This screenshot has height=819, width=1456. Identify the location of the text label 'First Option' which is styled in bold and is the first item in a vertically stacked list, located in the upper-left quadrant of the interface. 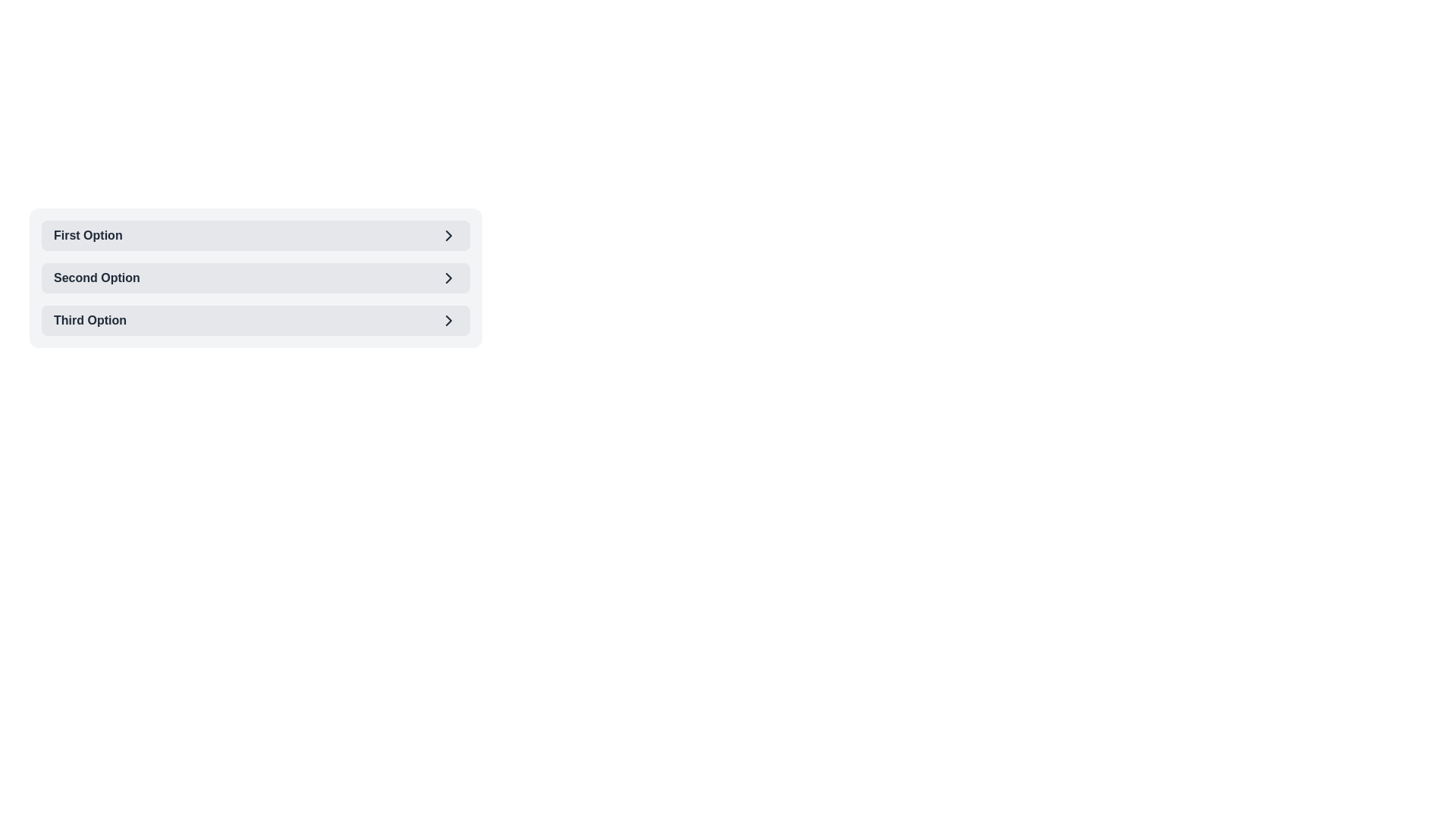
(87, 236).